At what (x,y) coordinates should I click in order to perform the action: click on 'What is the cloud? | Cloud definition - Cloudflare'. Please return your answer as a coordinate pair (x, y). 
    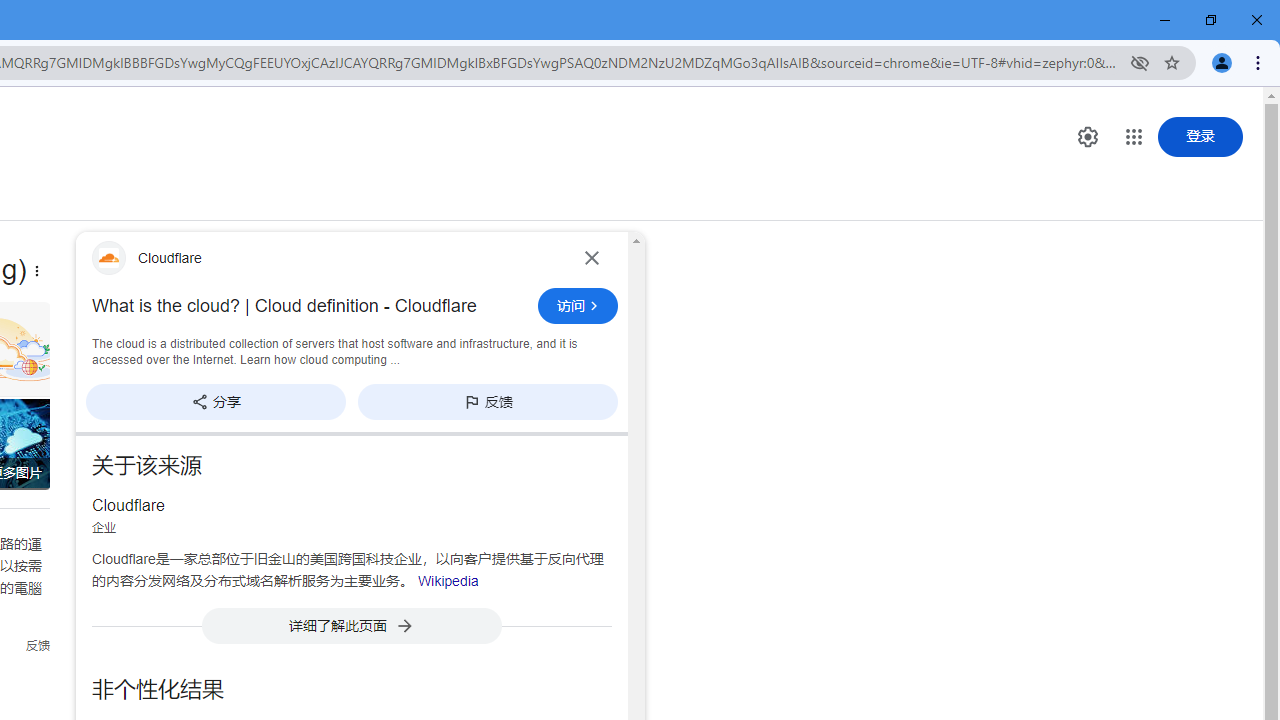
    Looking at the image, I should click on (308, 306).